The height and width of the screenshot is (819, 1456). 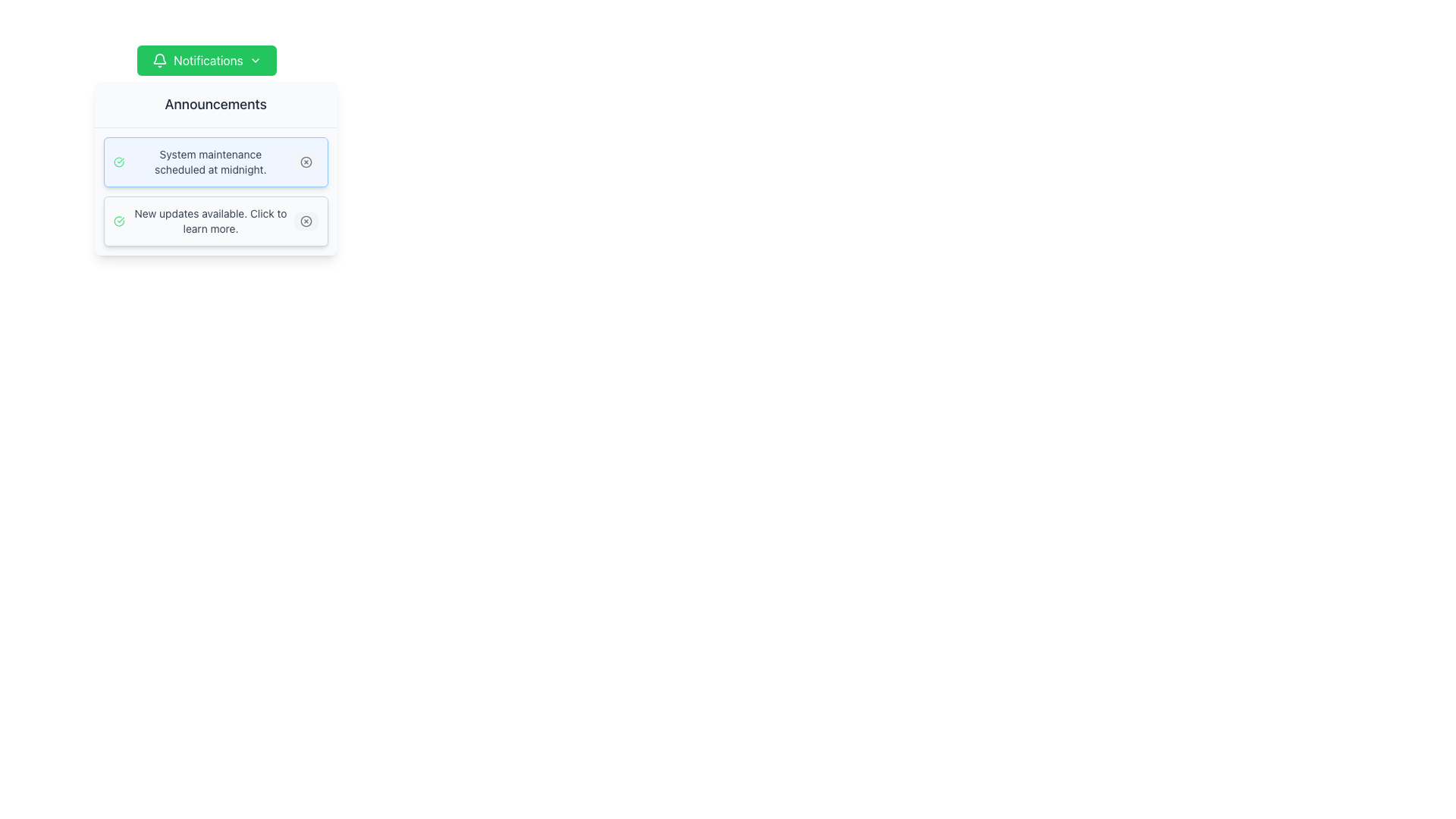 I want to click on the notification text label that informs users about updates, located between a green checkmark icon and a gray dismiss icon, so click(x=210, y=221).